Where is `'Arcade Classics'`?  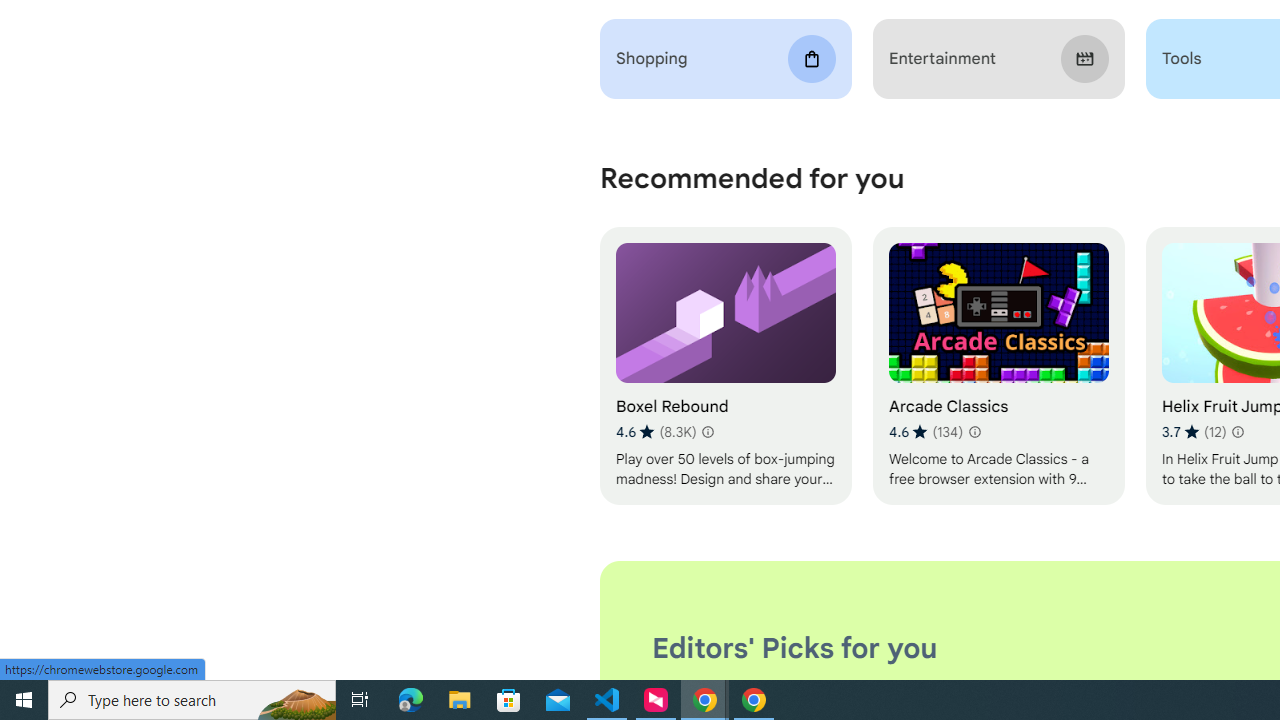 'Arcade Classics' is located at coordinates (998, 366).